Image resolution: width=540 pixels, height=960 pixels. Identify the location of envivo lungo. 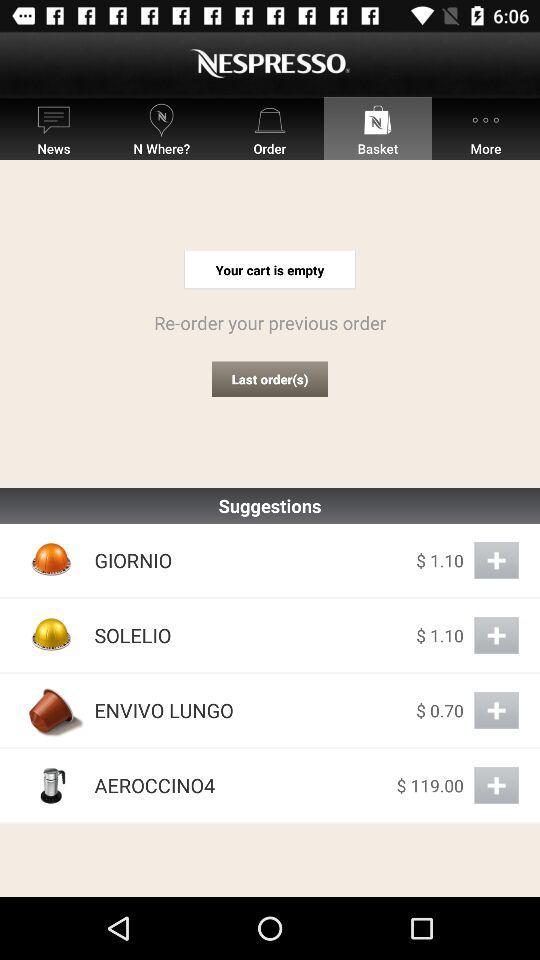
(495, 710).